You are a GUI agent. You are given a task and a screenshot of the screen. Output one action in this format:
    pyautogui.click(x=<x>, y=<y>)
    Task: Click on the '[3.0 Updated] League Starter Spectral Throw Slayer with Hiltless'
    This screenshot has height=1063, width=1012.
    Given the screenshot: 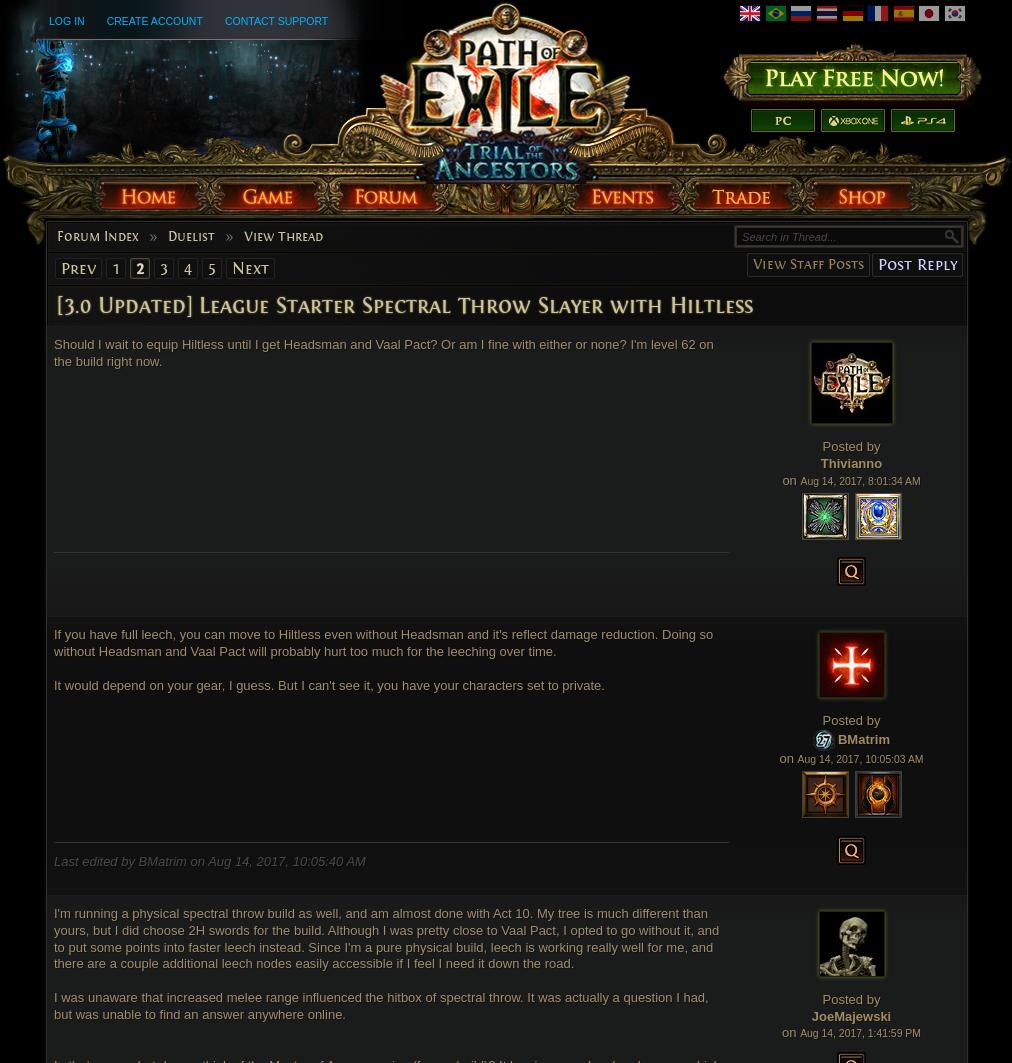 What is the action you would take?
    pyautogui.click(x=405, y=304)
    